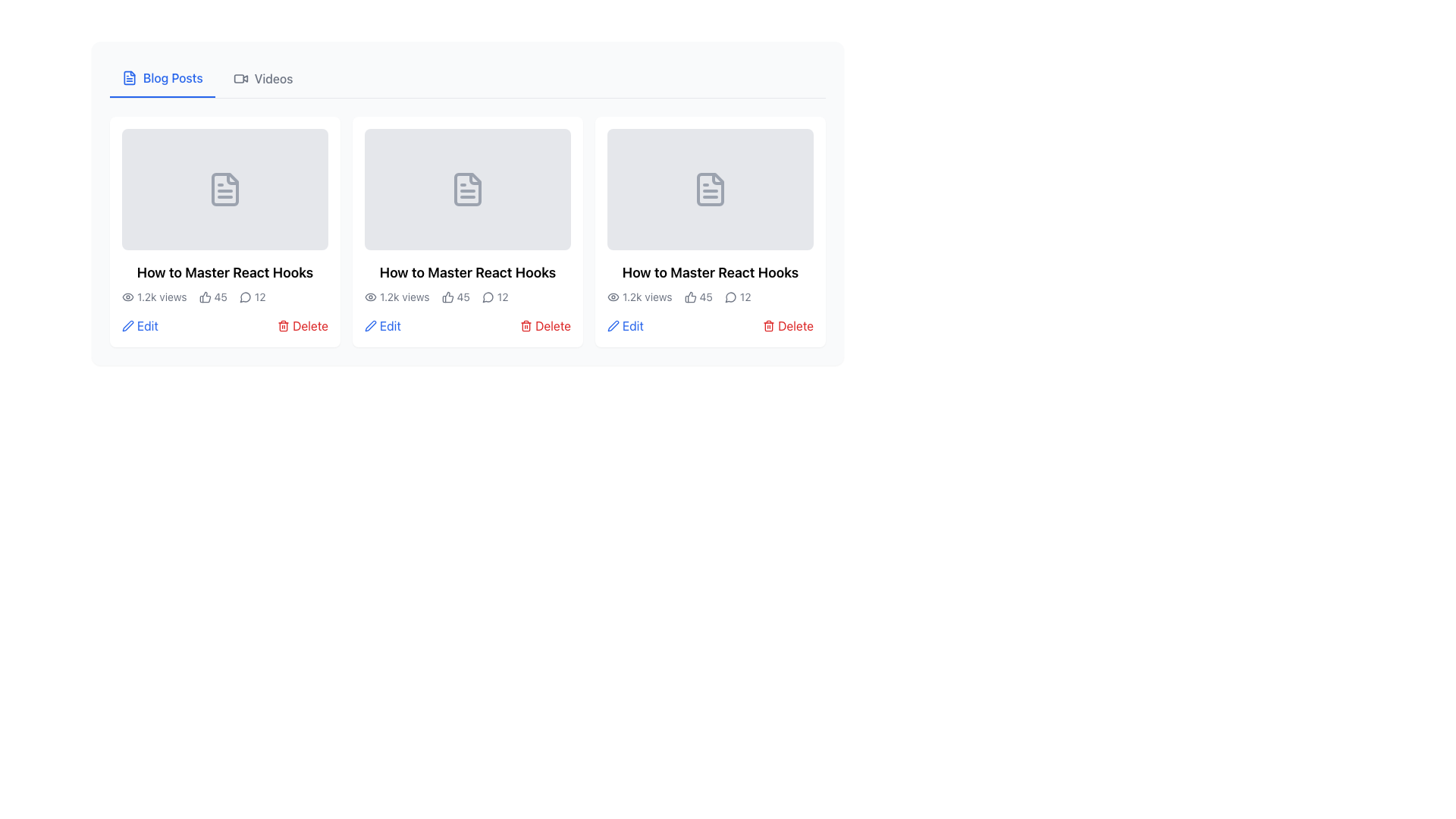 This screenshot has width=1456, height=819. Describe the element at coordinates (613, 325) in the screenshot. I see `the 'Edit' icon located within the second blog card in the middle column of the three-column layout to gather information about its functionality` at that location.